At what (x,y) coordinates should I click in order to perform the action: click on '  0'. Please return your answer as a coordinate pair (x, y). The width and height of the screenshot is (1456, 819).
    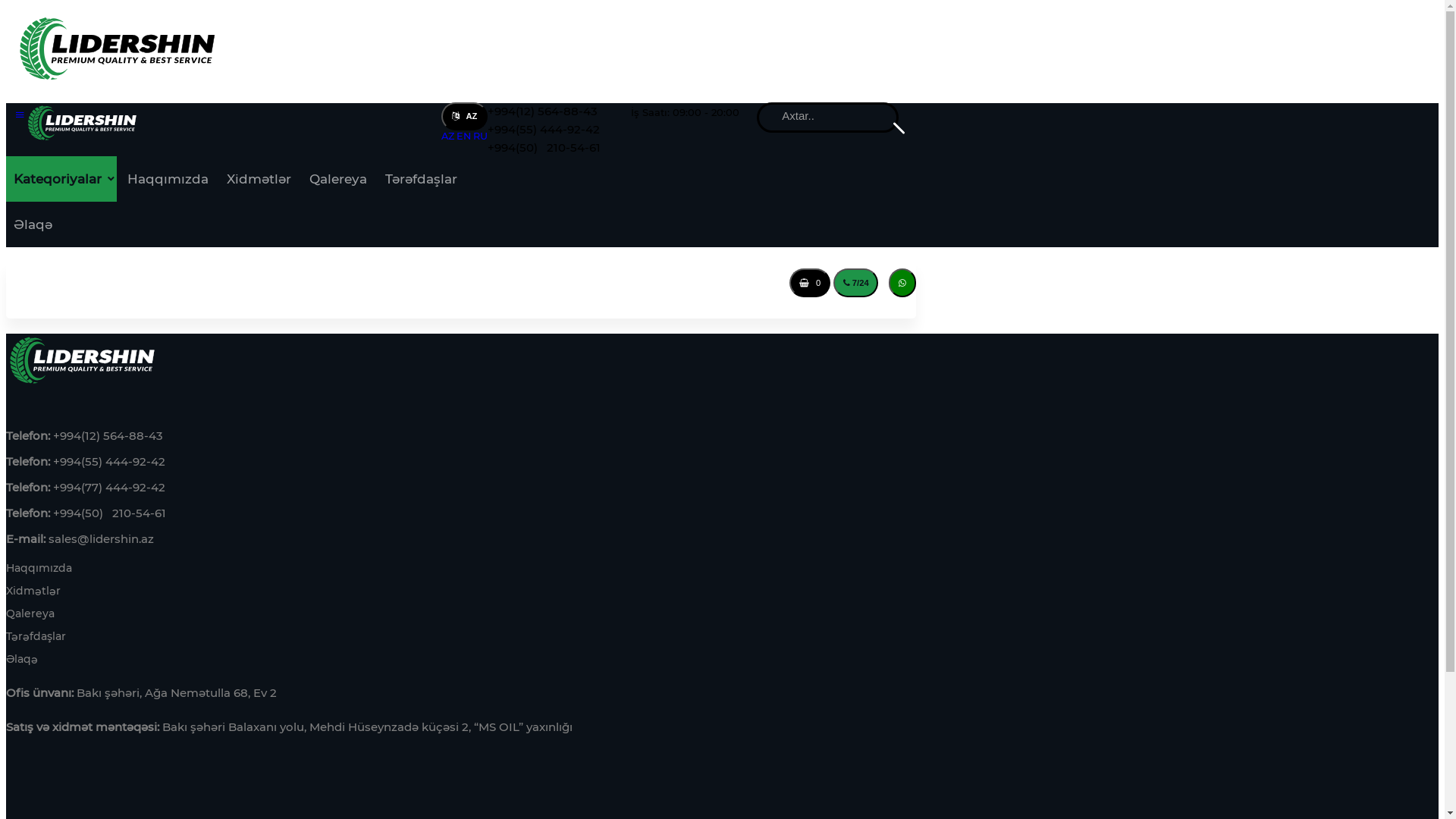
    Looking at the image, I should click on (809, 283).